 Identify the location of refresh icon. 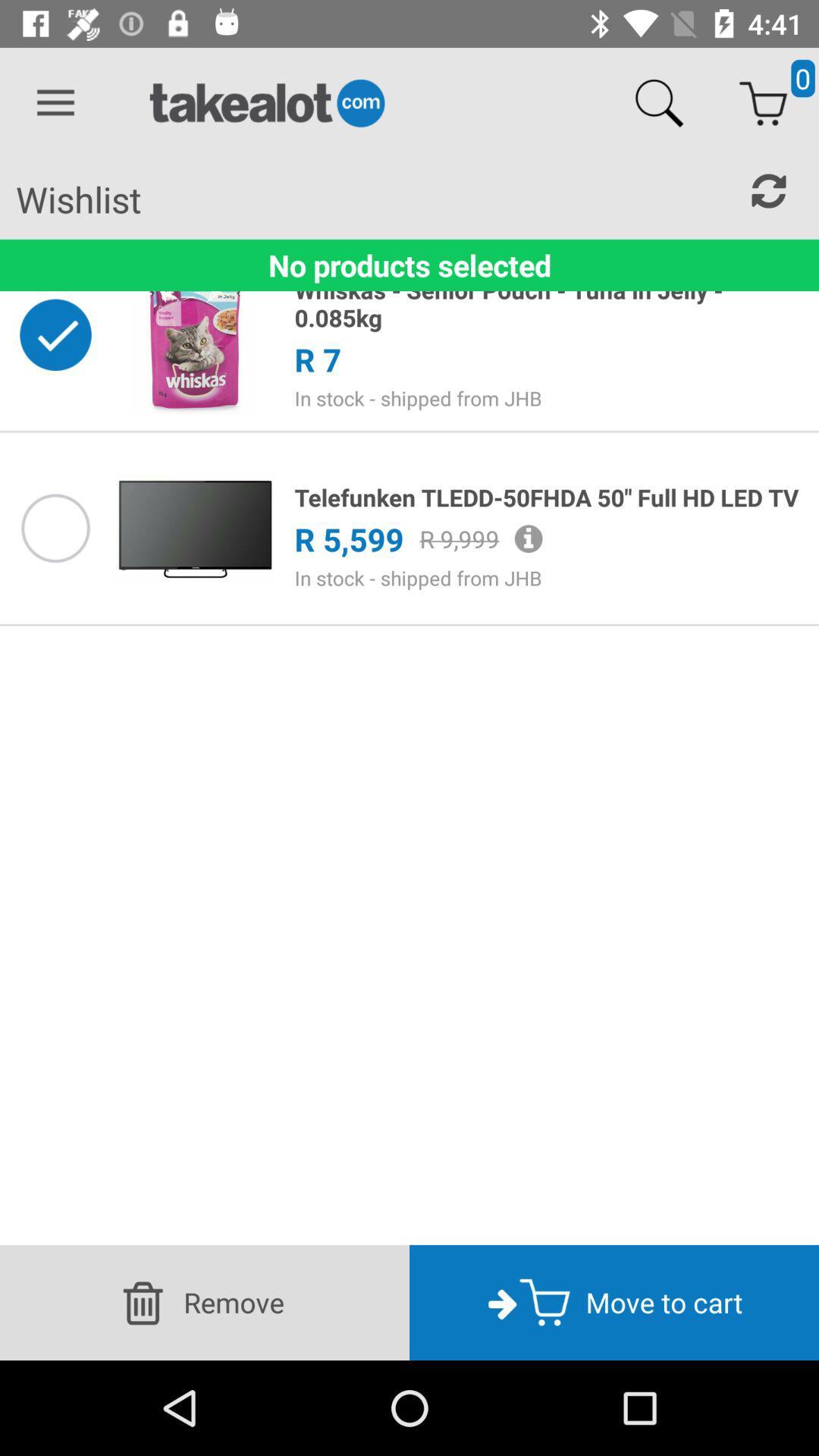
(769, 190).